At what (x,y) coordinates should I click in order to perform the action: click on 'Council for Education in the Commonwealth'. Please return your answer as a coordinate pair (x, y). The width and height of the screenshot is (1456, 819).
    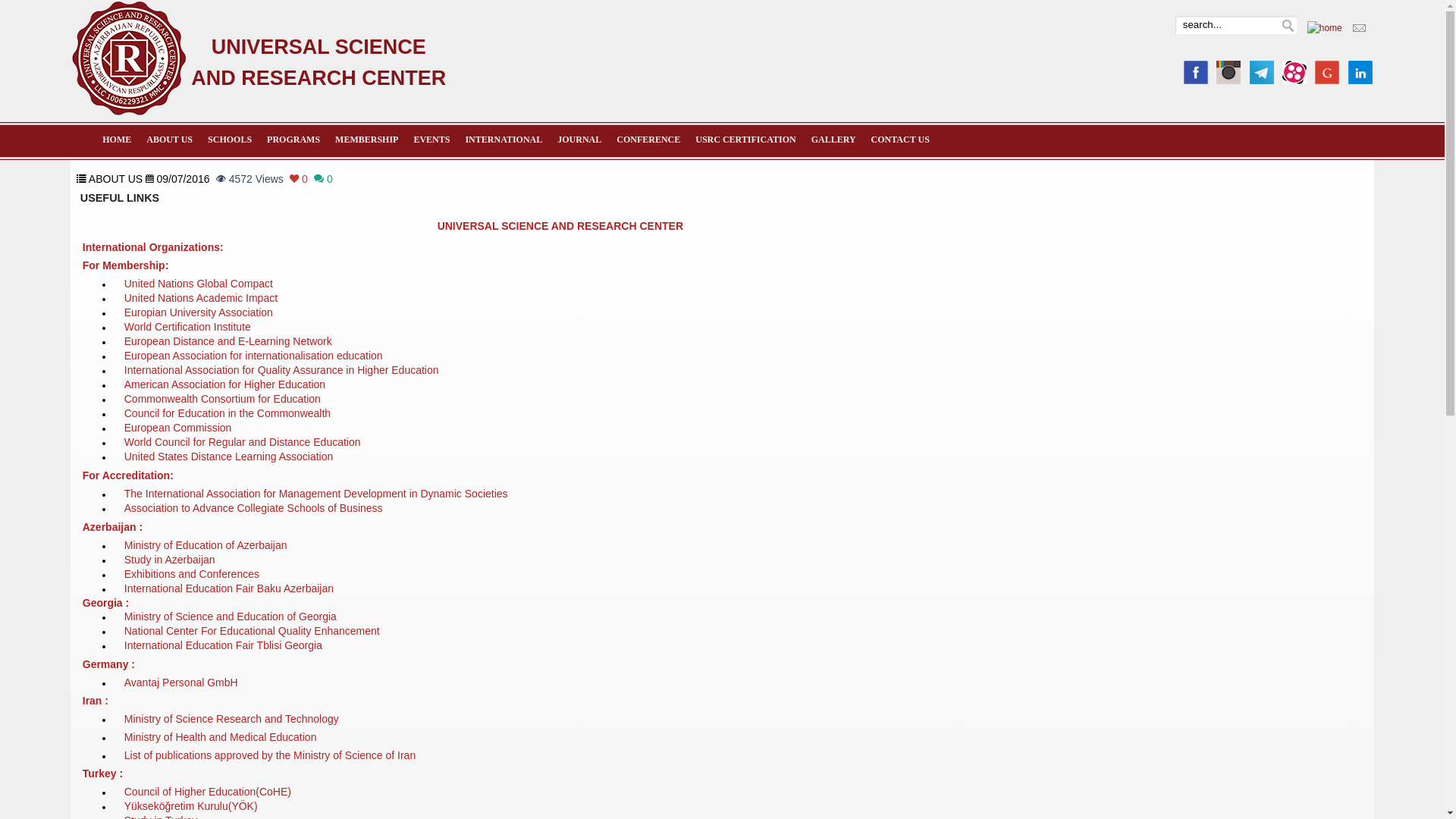
    Looking at the image, I should click on (226, 416).